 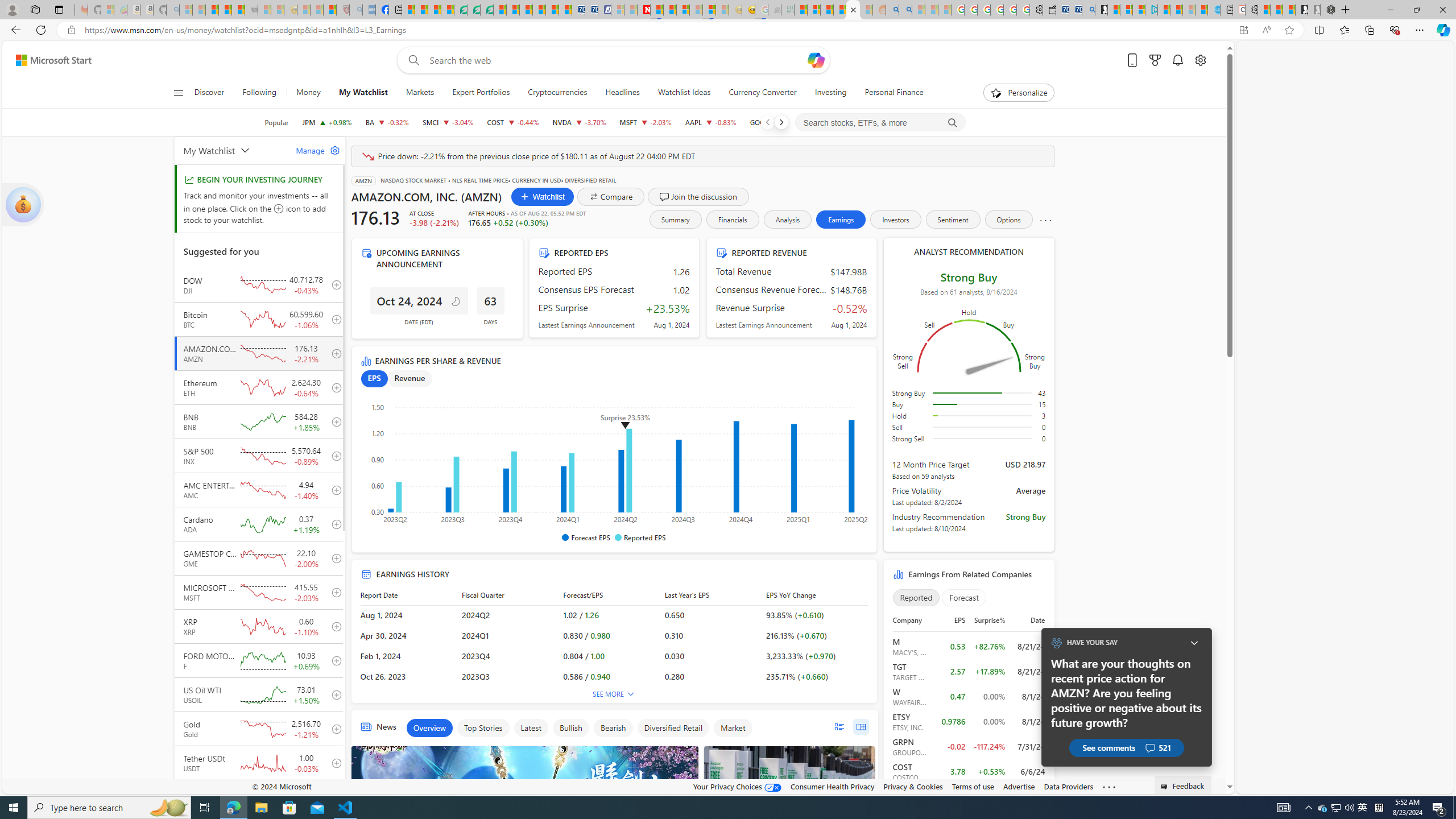 I want to click on 'Overview', so click(x=429, y=727).